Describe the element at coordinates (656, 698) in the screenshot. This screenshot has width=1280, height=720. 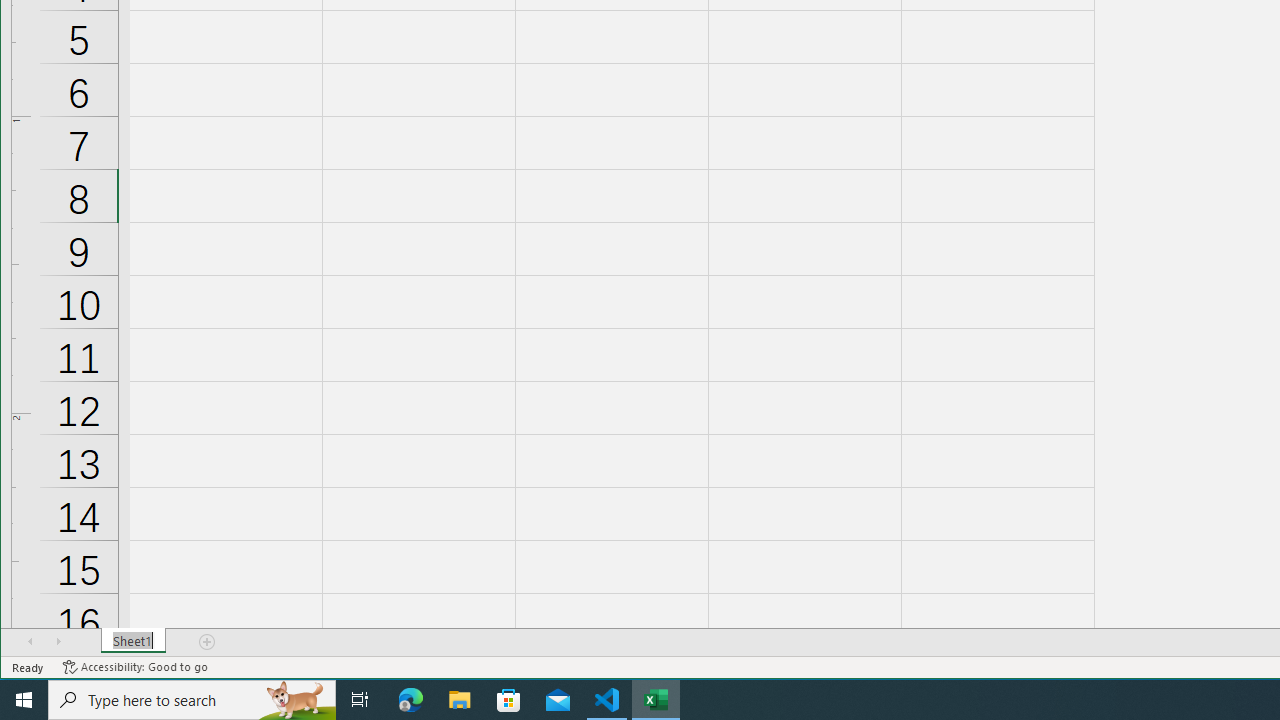
I see `'Excel - 1 running window'` at that location.